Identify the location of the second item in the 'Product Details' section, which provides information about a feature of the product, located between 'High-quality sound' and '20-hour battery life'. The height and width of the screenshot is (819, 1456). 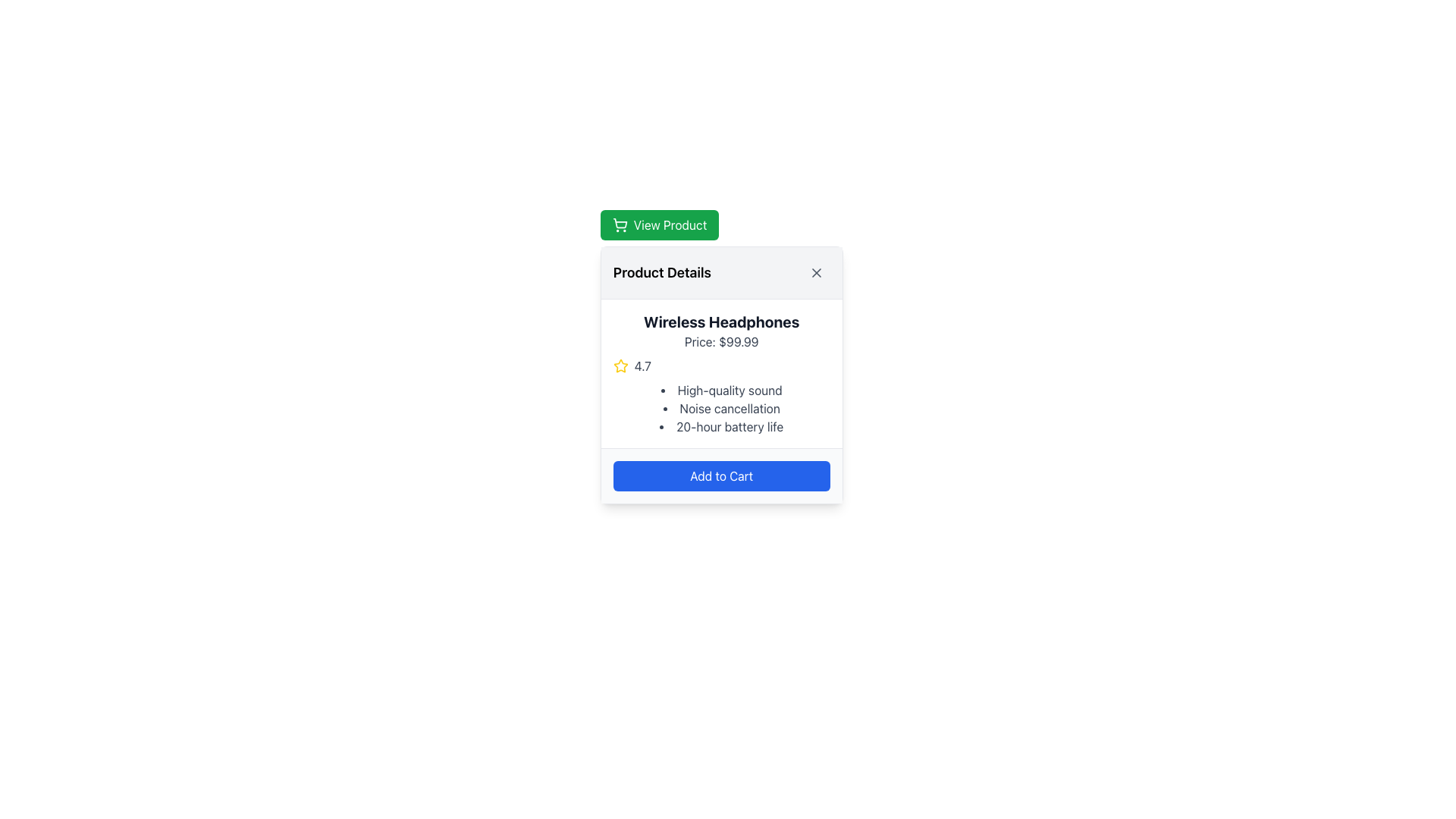
(720, 408).